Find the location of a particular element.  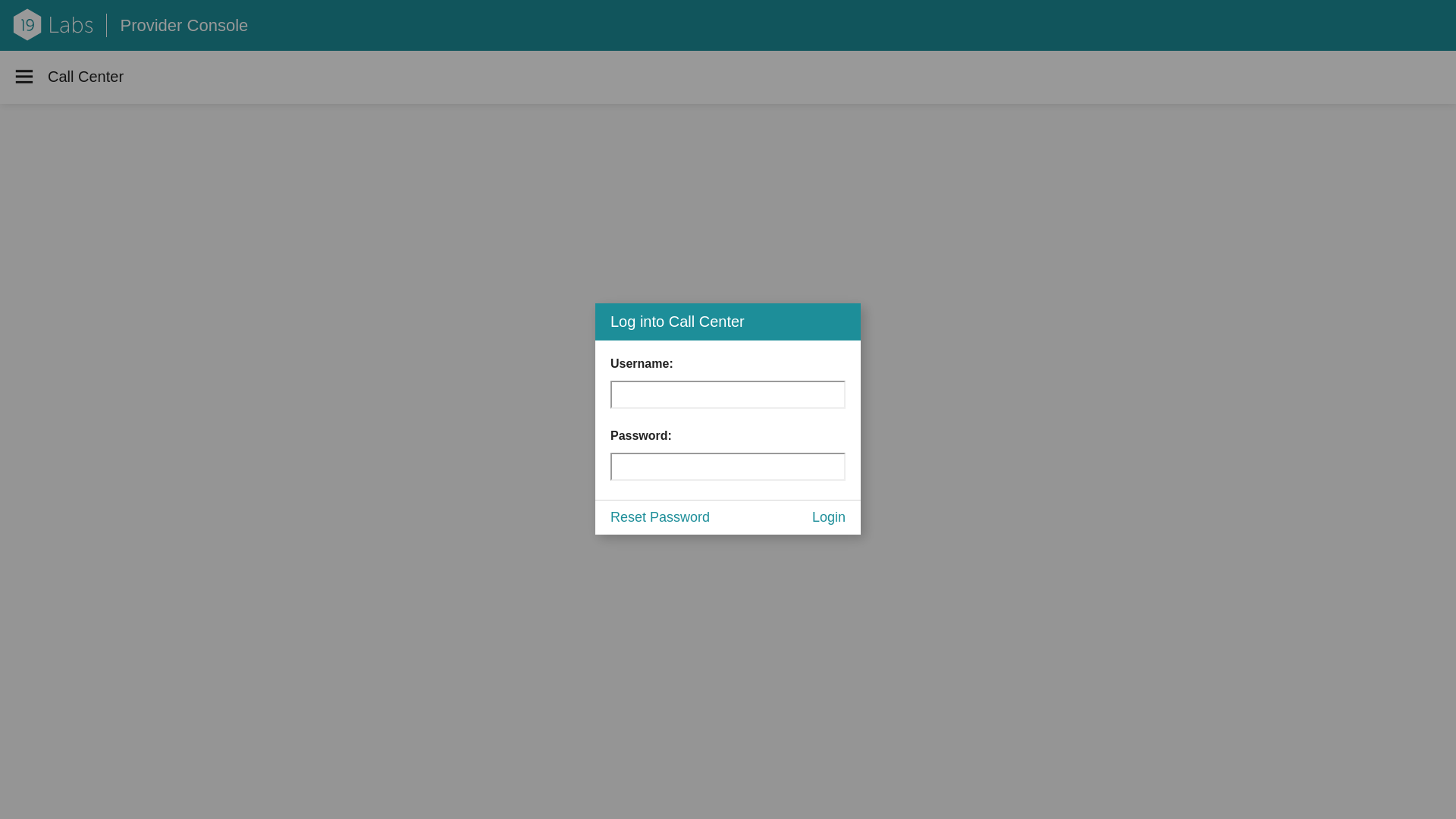

'Reset Password' is located at coordinates (660, 516).